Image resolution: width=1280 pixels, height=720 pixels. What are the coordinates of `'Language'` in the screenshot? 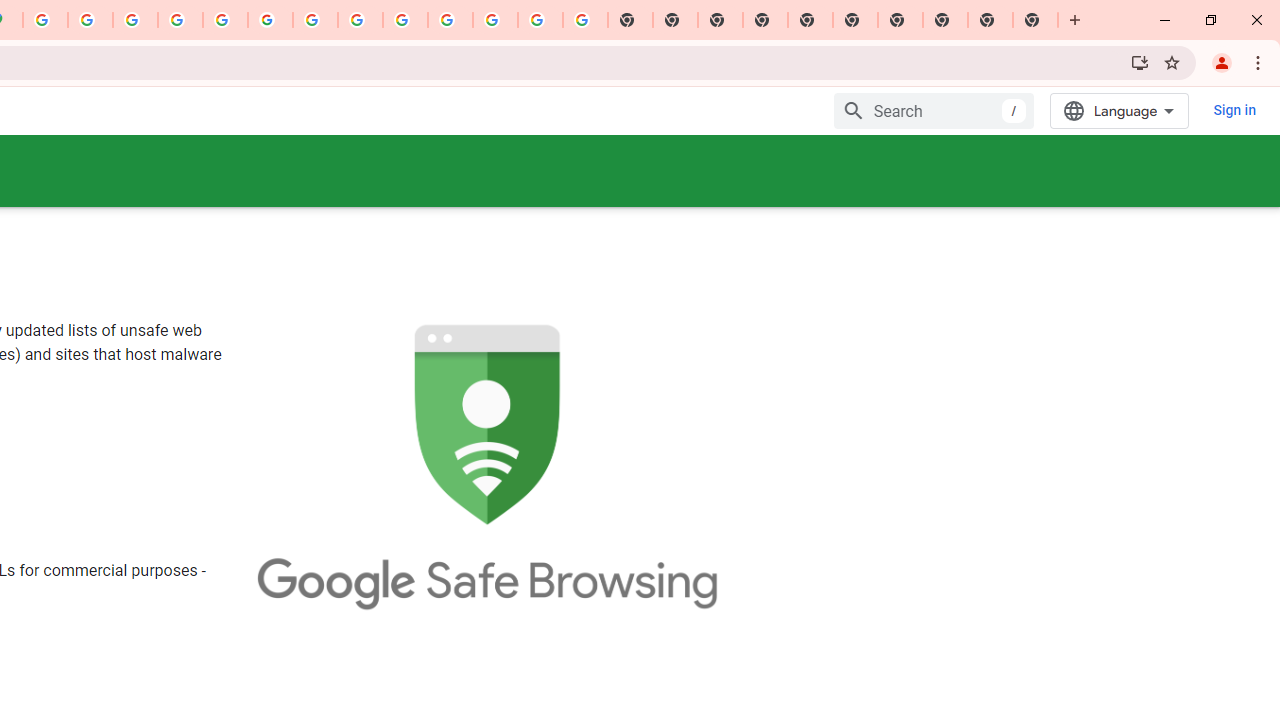 It's located at (1120, 110).